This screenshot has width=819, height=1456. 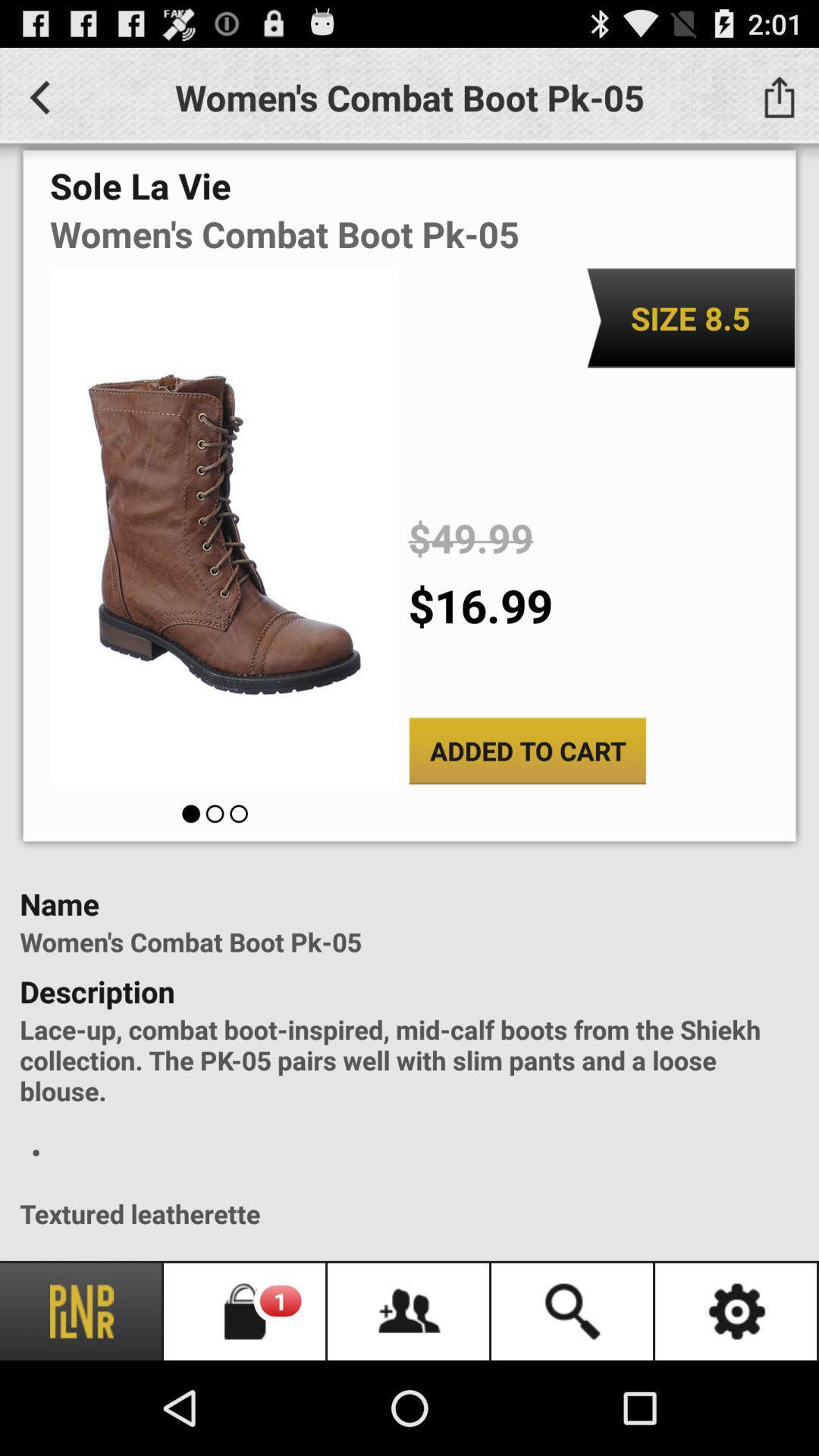 What do you see at coordinates (409, 1310) in the screenshot?
I see `the icon which is before the search icon` at bounding box center [409, 1310].